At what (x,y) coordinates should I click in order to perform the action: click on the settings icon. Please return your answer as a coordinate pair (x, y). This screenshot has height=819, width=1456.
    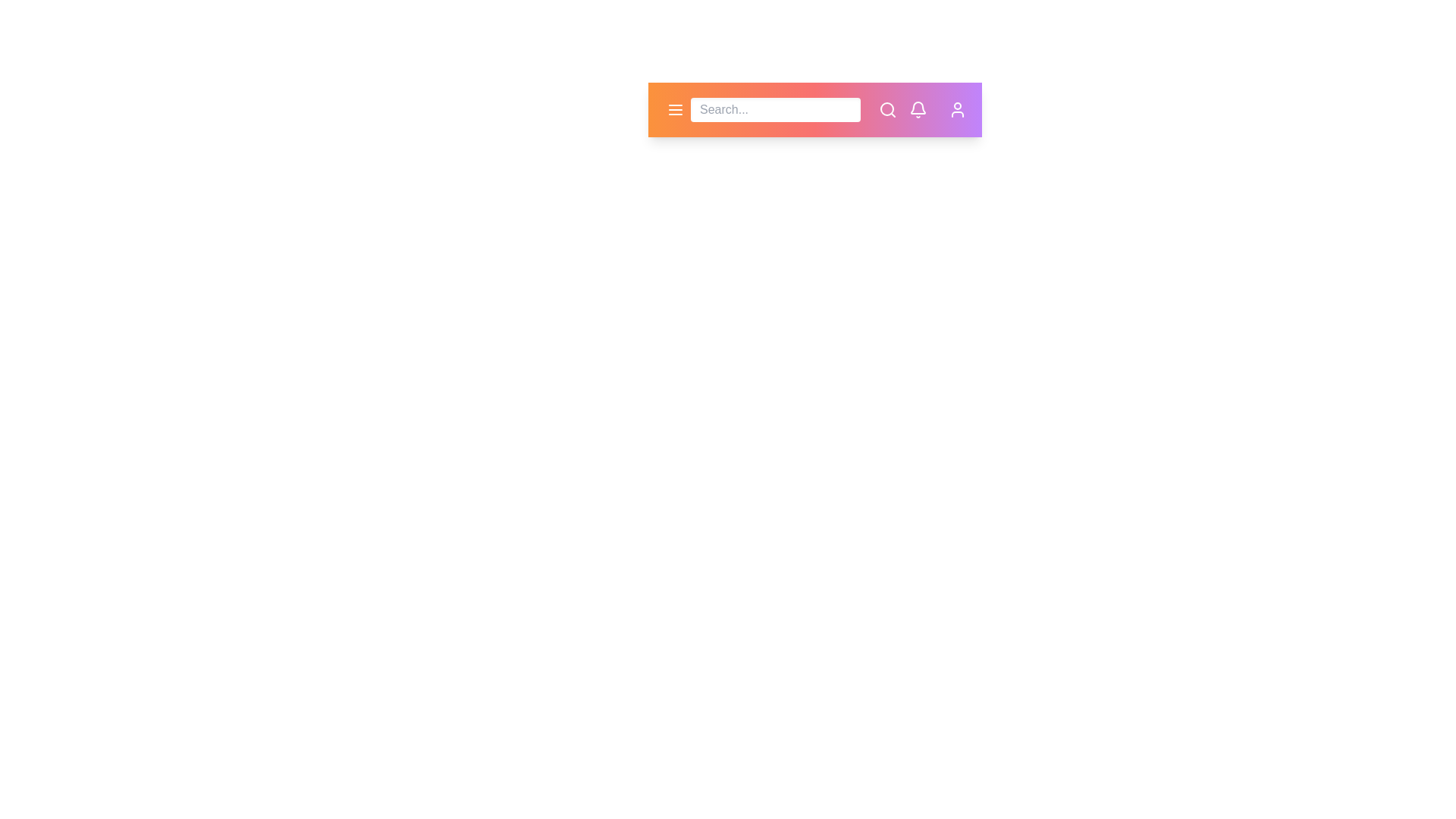
    Looking at the image, I should click on (997, 109).